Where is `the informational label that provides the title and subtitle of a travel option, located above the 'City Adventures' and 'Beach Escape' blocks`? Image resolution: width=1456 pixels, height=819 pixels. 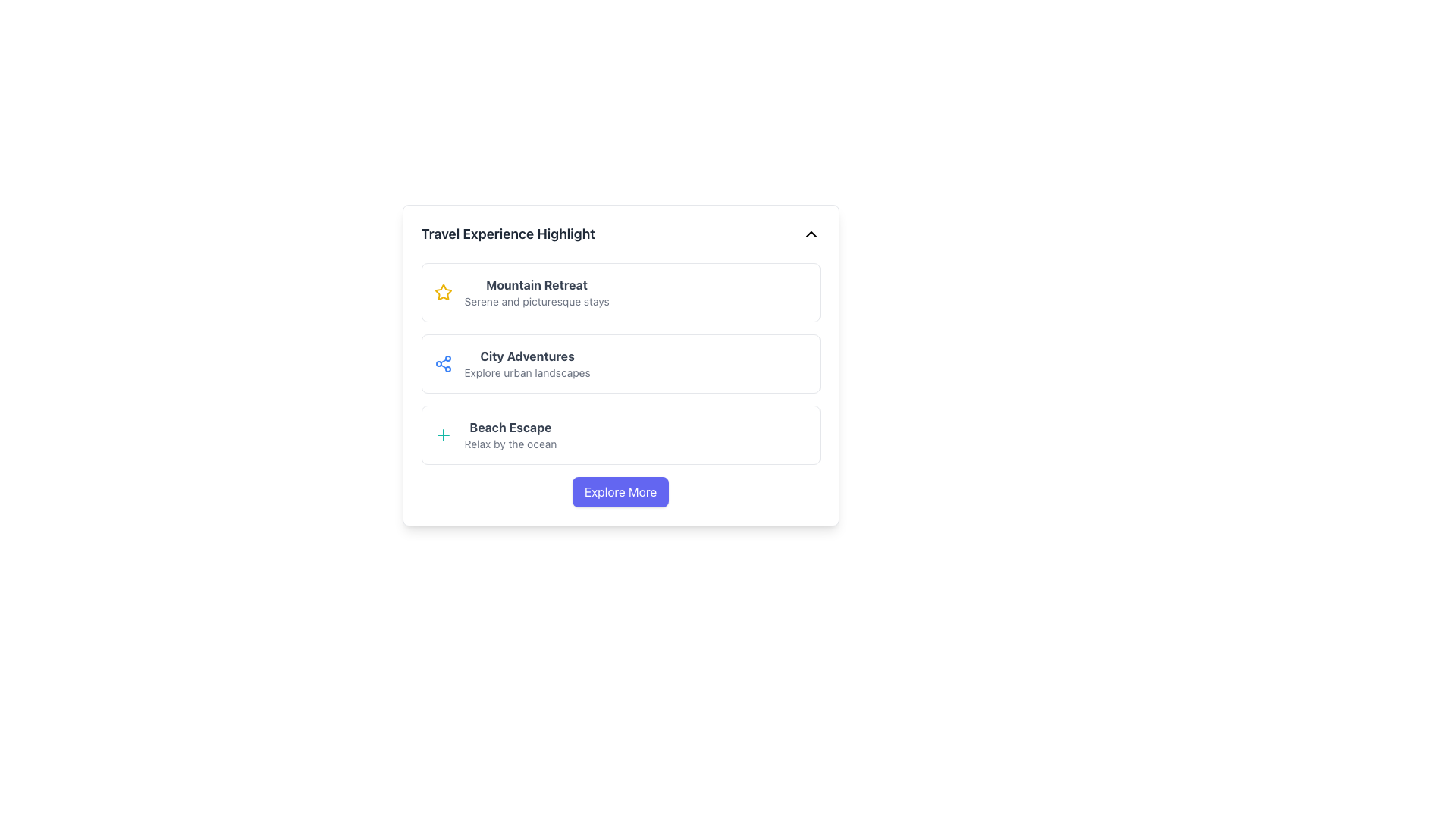 the informational label that provides the title and subtitle of a travel option, located above the 'City Adventures' and 'Beach Escape' blocks is located at coordinates (537, 292).